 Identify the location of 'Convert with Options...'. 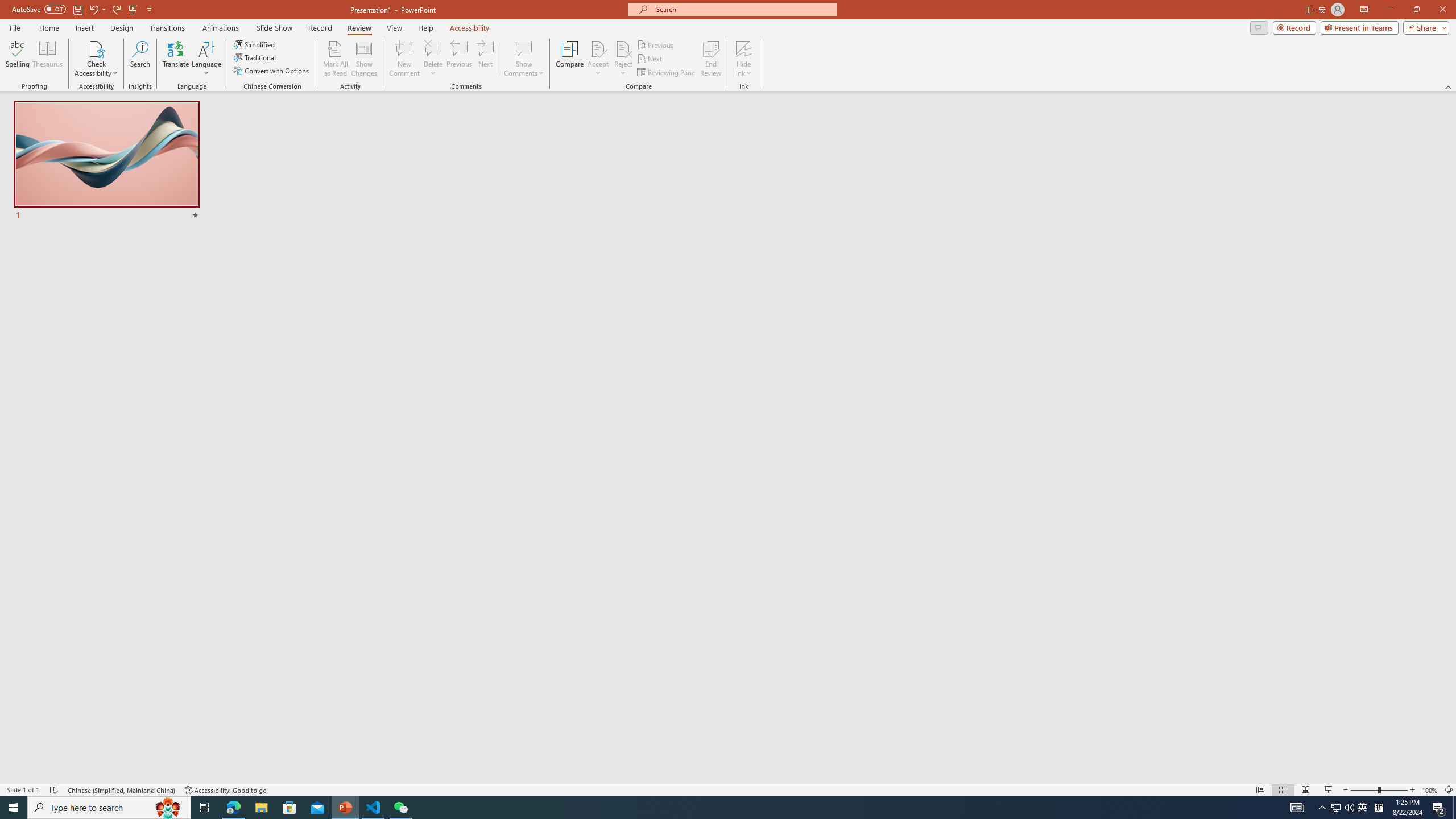
(271, 69).